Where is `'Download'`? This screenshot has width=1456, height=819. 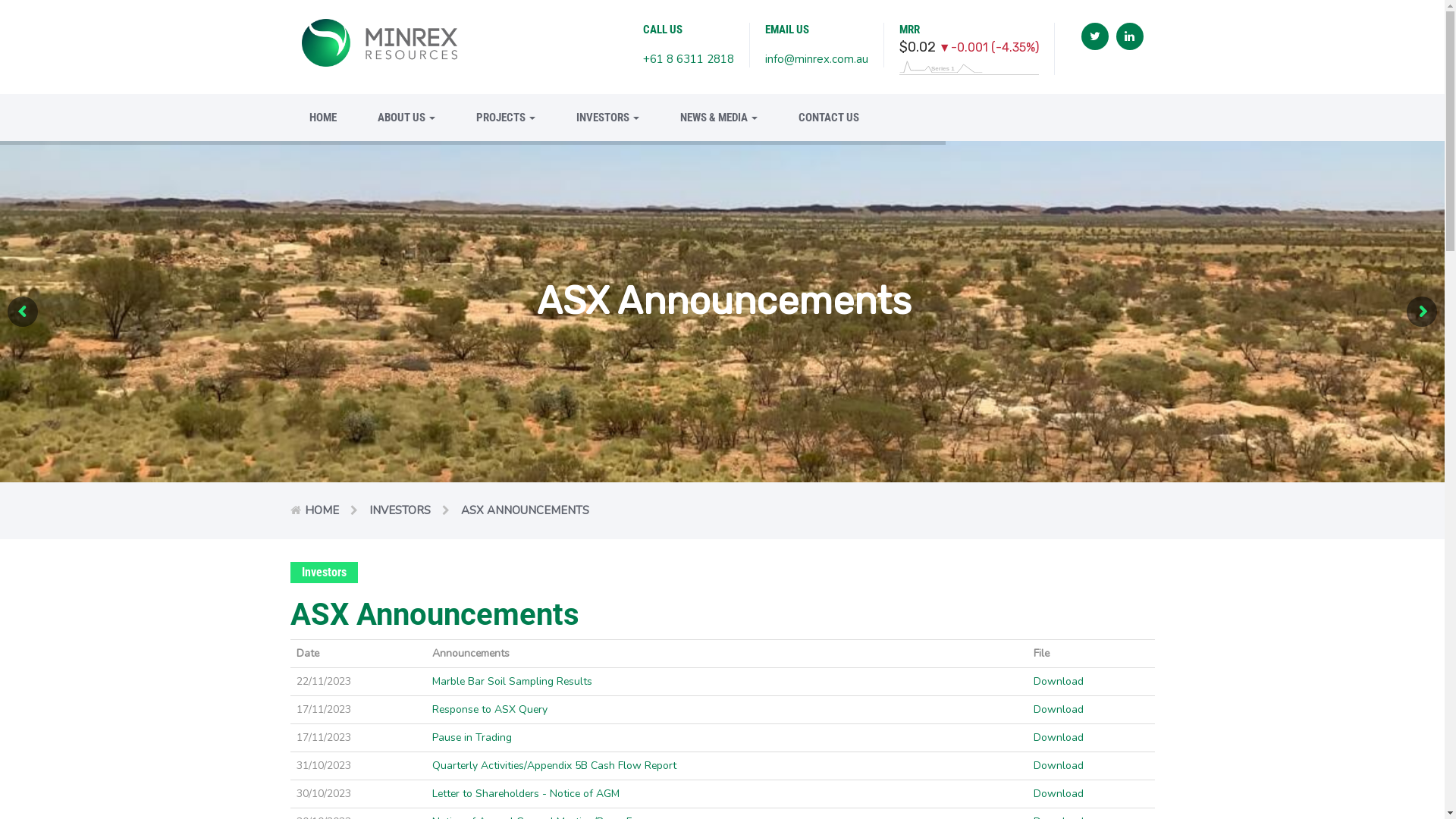 'Download' is located at coordinates (1058, 736).